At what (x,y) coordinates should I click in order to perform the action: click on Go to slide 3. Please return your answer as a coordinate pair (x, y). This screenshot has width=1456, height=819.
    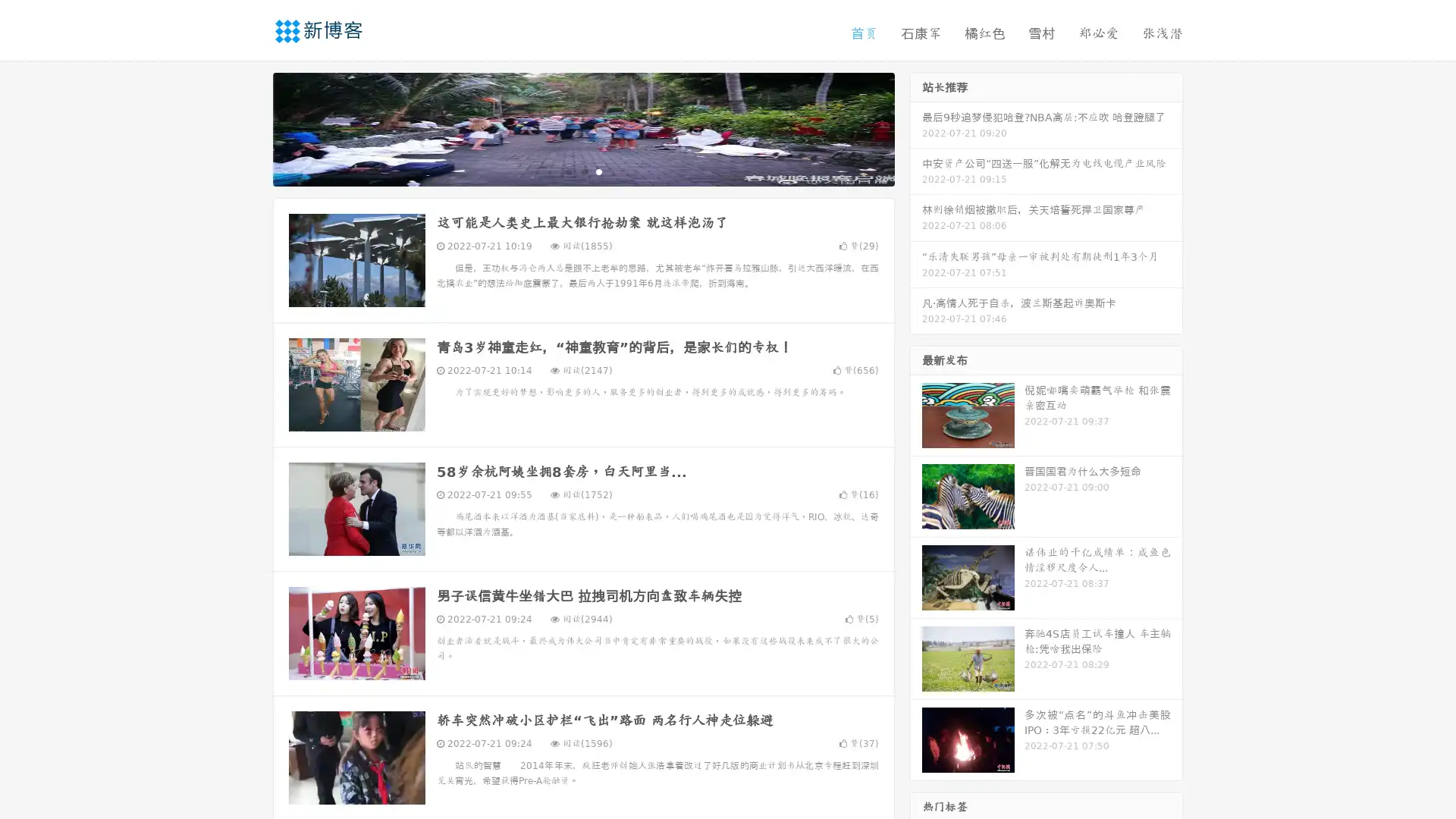
    Looking at the image, I should click on (598, 171).